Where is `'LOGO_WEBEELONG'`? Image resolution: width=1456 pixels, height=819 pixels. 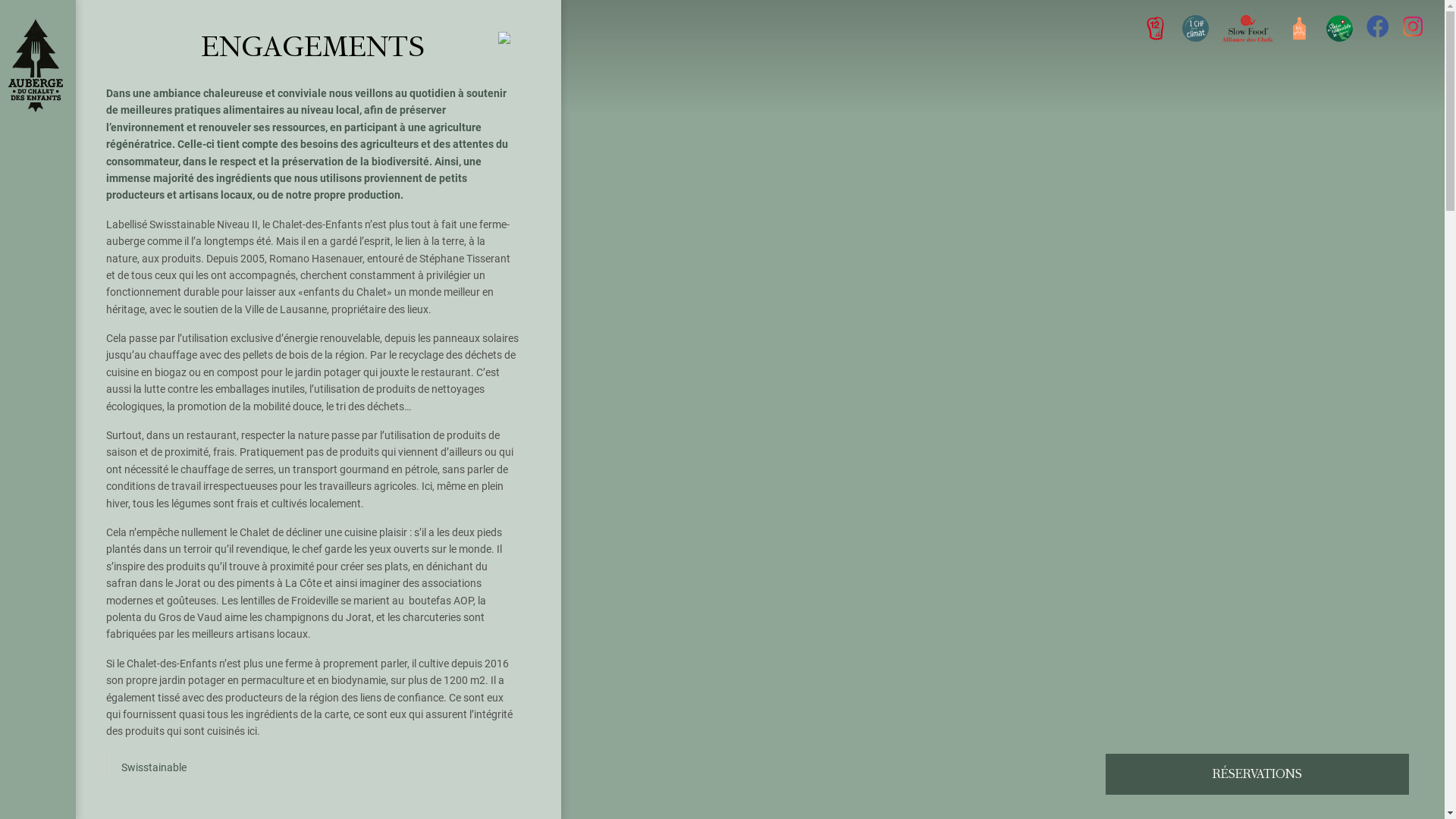
'LOGO_WEBEELONG' is located at coordinates (1194, 28).